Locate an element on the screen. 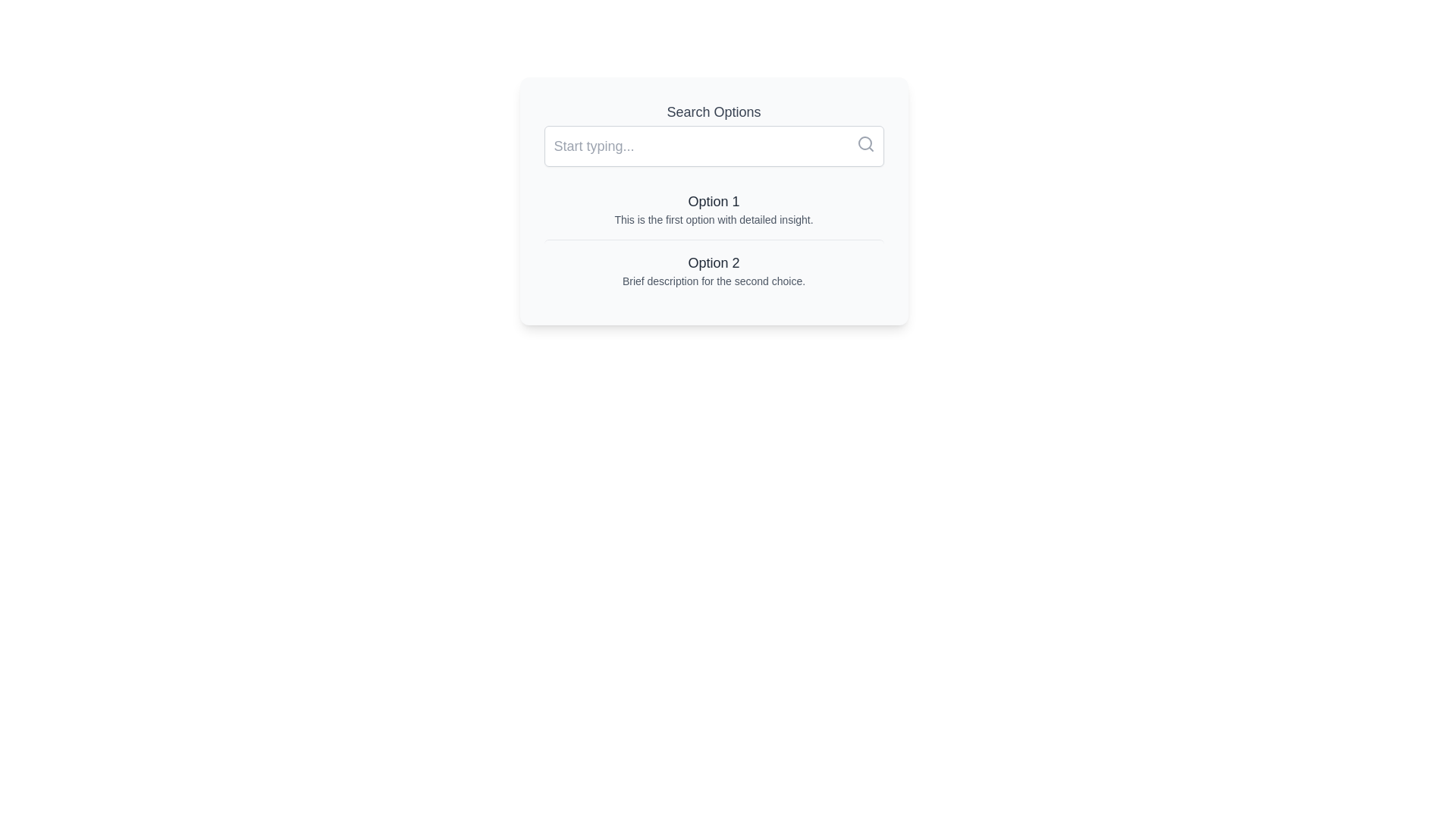 The width and height of the screenshot is (1456, 819). the input field of the Search Bar with Label located below the title 'Search Options' to activate text entry is located at coordinates (713, 133).